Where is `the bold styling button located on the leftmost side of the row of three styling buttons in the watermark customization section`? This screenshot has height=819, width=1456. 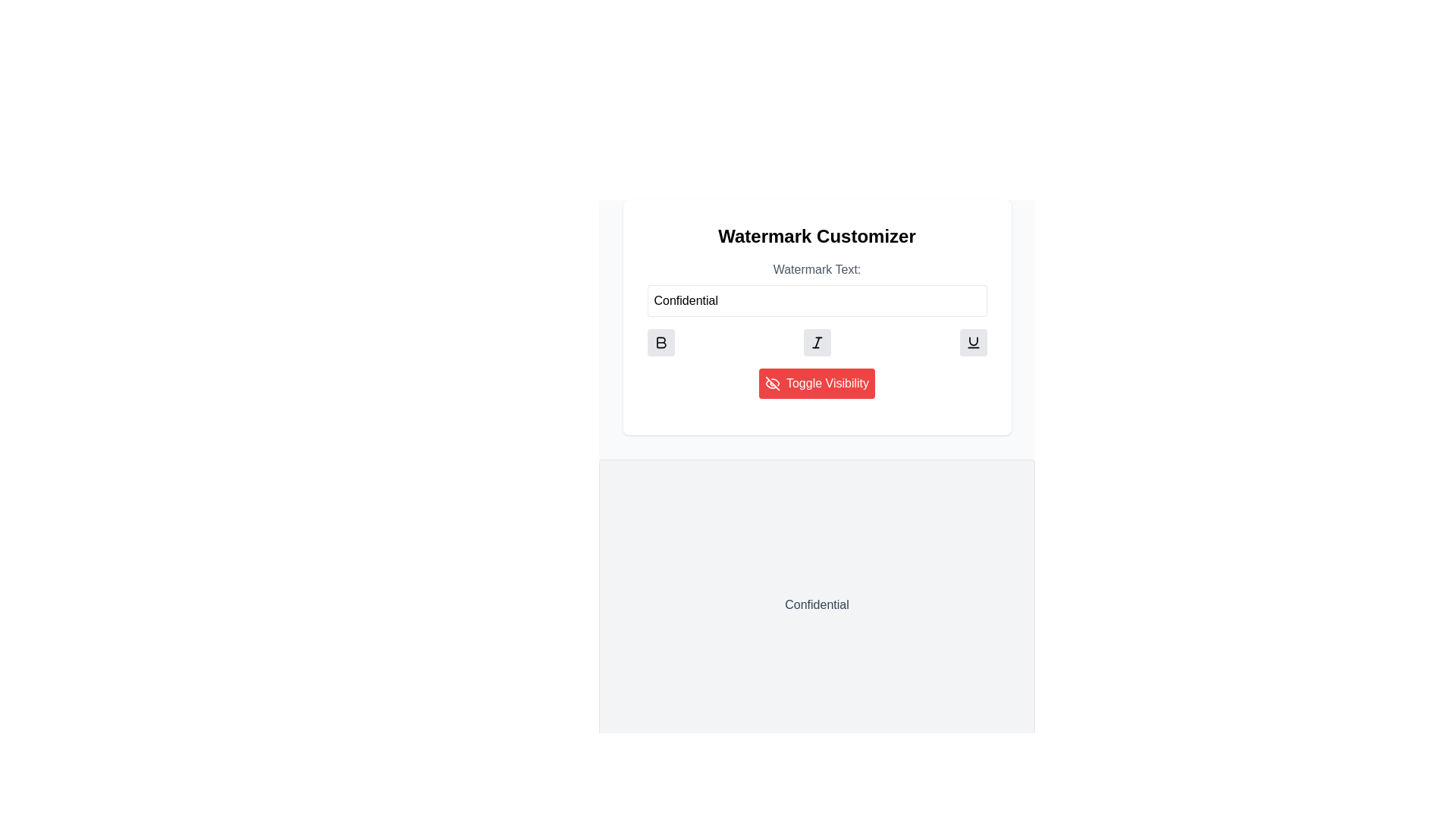 the bold styling button located on the leftmost side of the row of three styling buttons in the watermark customization section is located at coordinates (661, 342).